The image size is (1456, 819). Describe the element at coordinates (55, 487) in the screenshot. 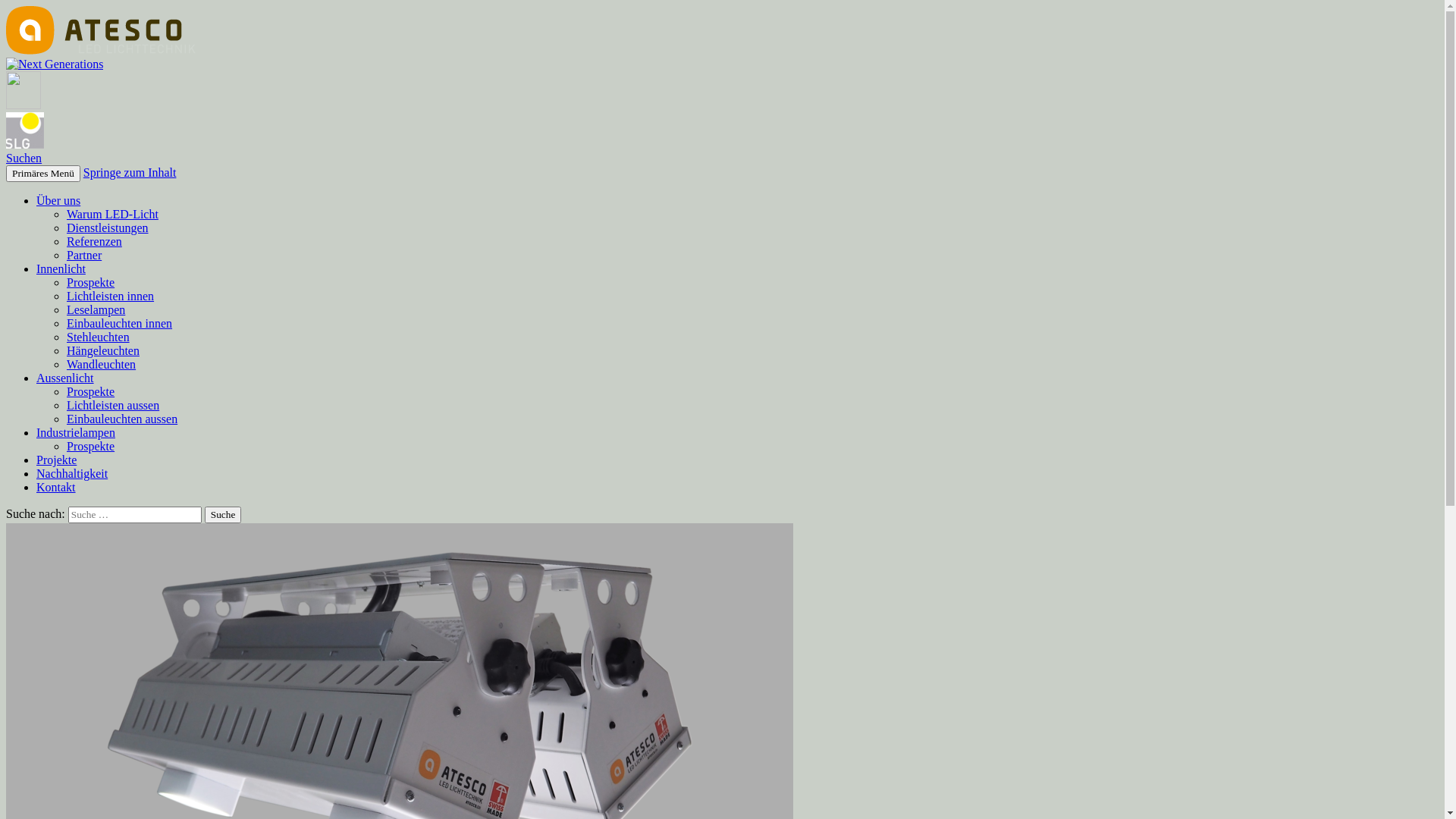

I see `'Kontakt'` at that location.